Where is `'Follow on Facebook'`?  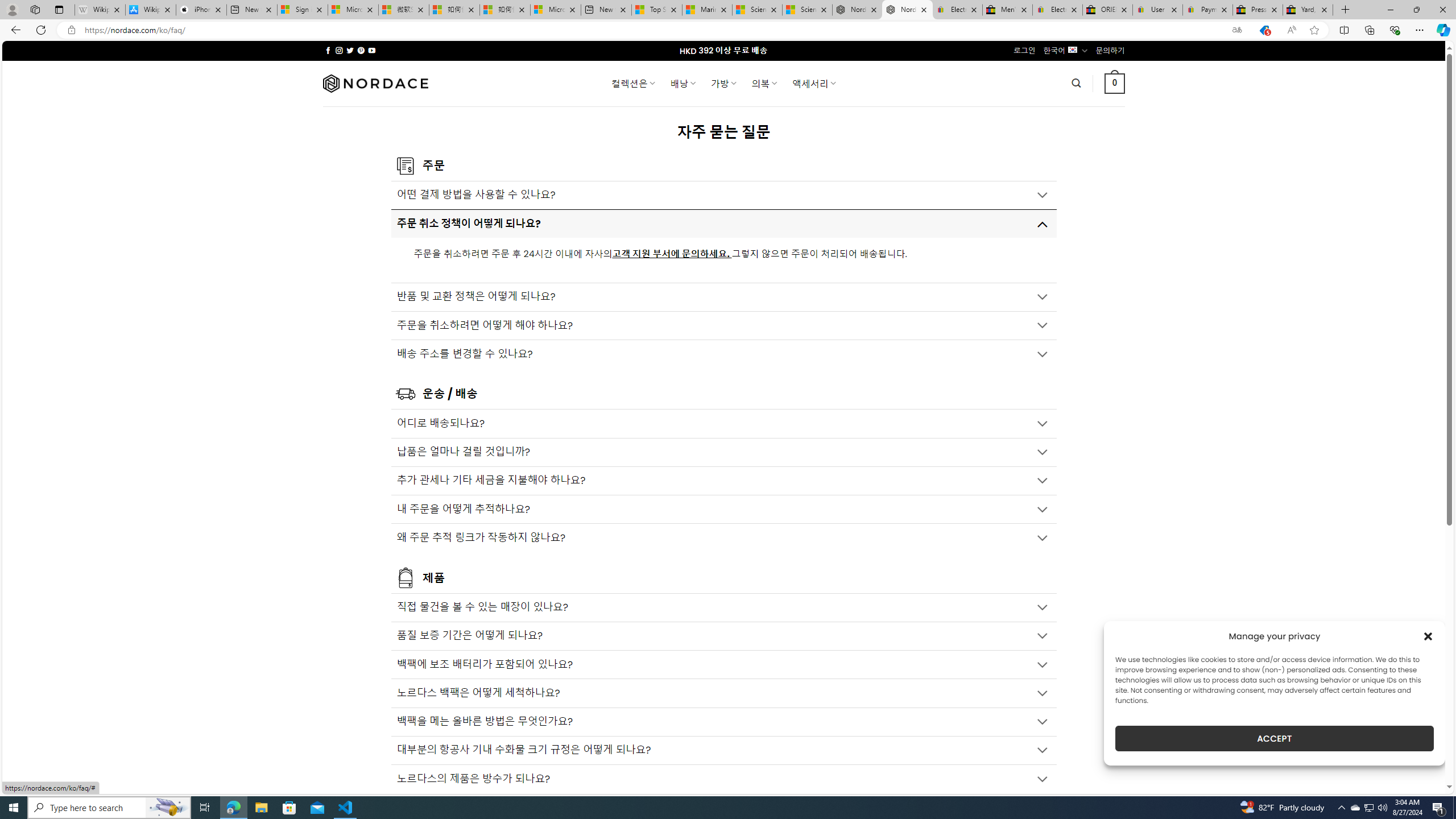
'Follow on Facebook' is located at coordinates (328, 50).